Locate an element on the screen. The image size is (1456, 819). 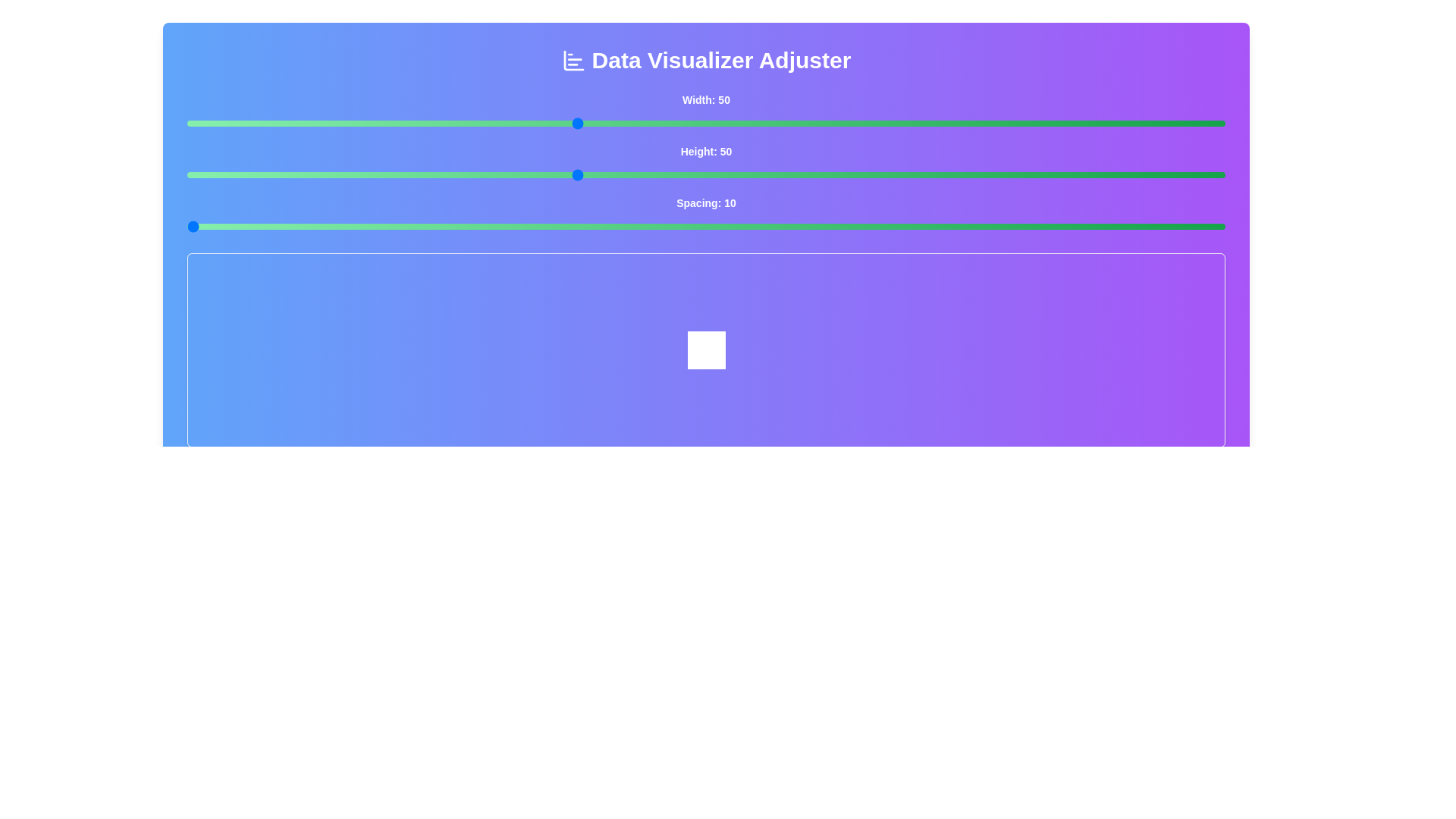
the 'Width' slider to 58 is located at coordinates (679, 122).